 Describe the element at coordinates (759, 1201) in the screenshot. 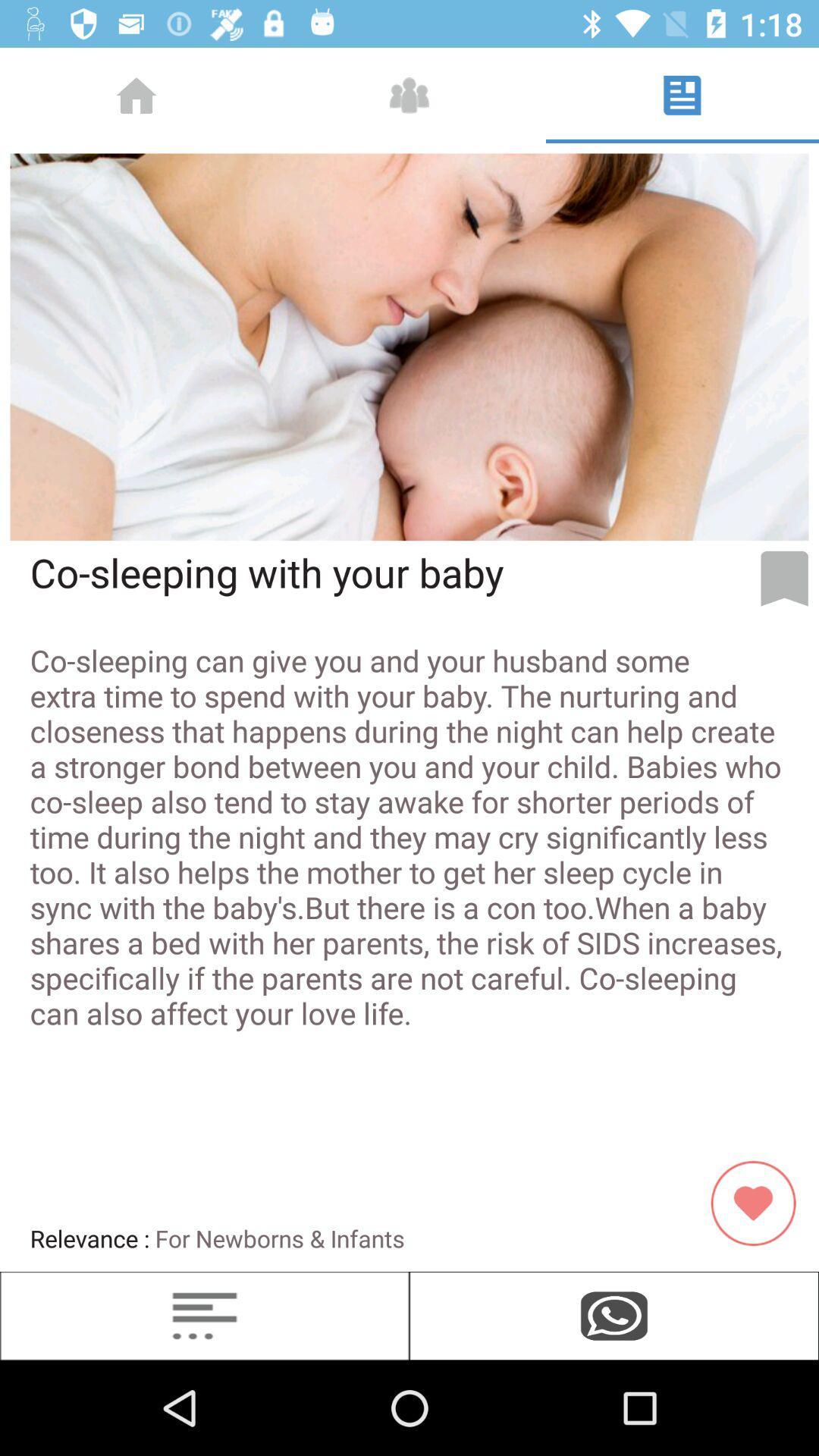

I see `the image which is beside relevance  for newborns  infants` at that location.